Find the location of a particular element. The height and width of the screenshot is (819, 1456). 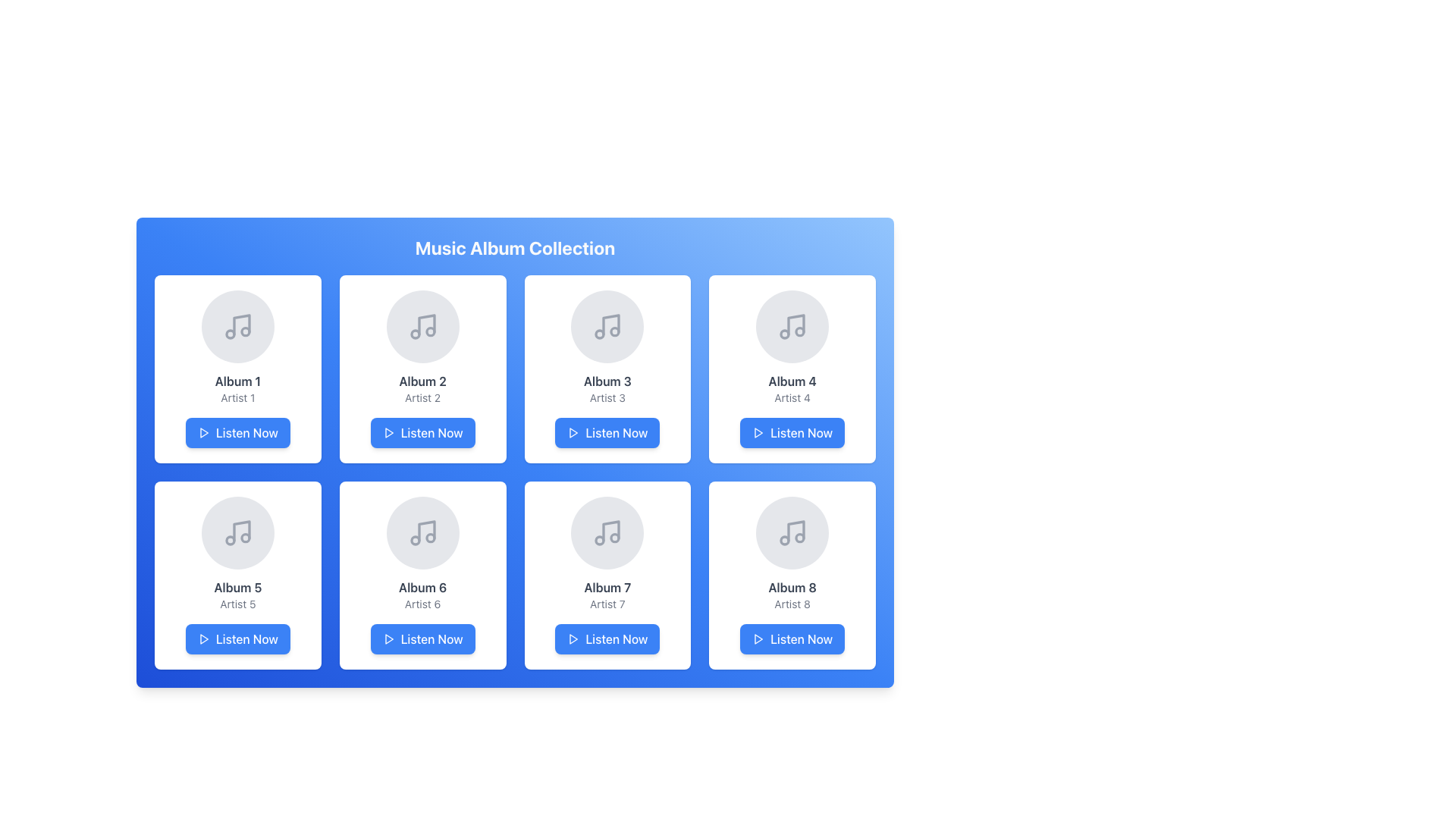

the decorative vector graphic element indicating a music-related theme, located near the center of the music note icon in the eighth album card is located at coordinates (795, 530).